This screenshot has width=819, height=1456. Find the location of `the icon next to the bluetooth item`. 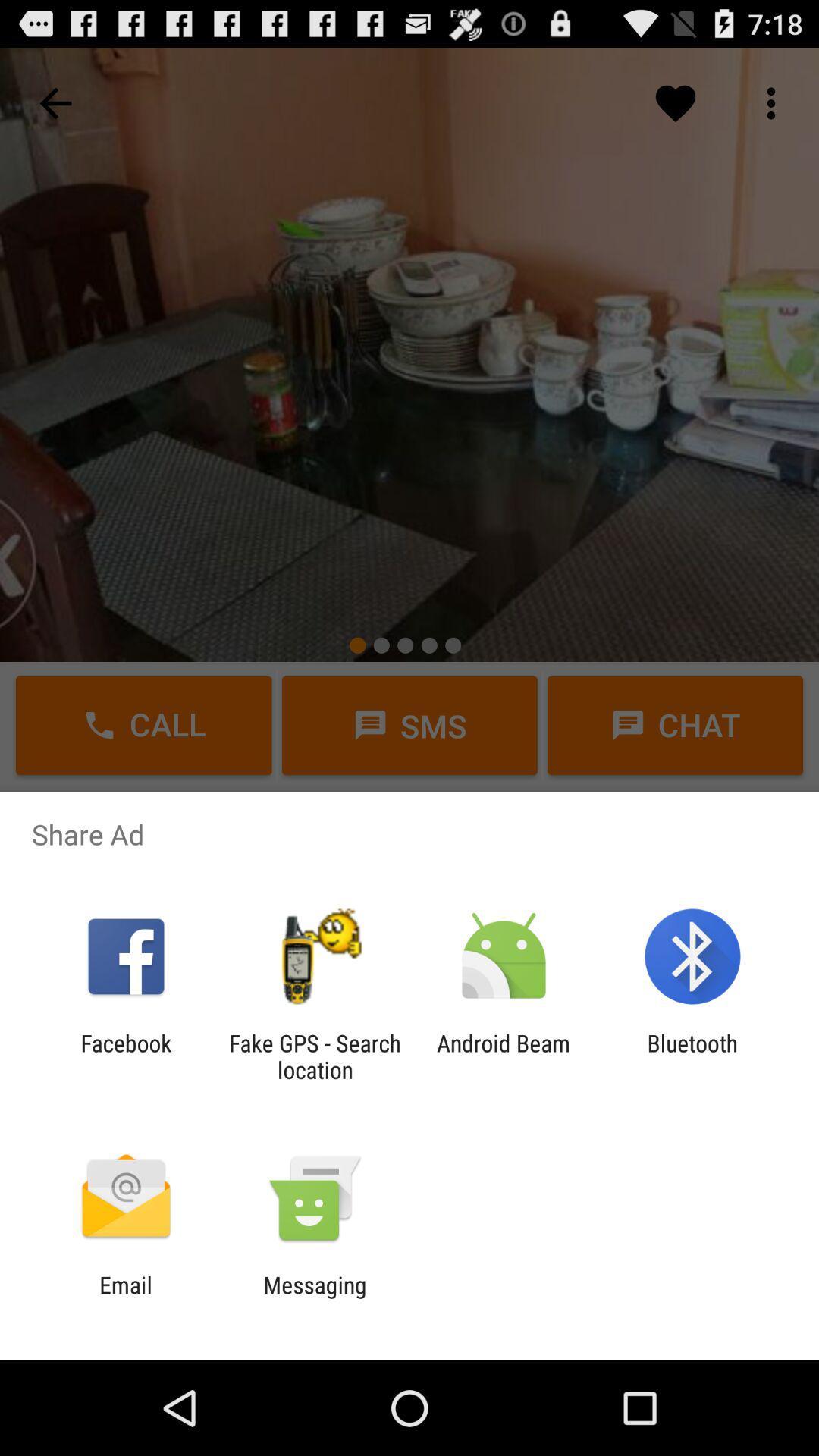

the icon next to the bluetooth item is located at coordinates (504, 1056).